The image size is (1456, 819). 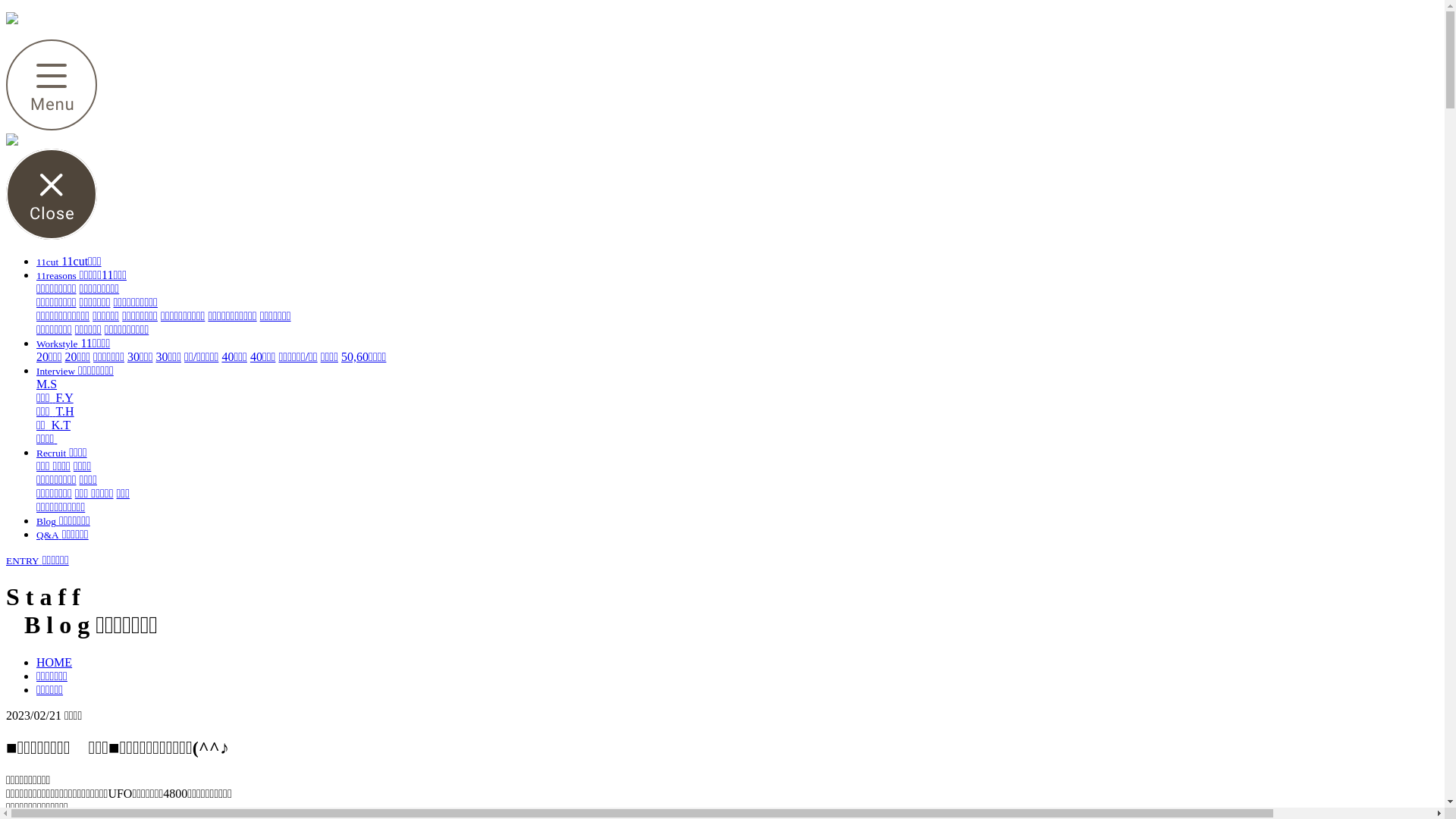 What do you see at coordinates (36, 661) in the screenshot?
I see `'HOME'` at bounding box center [36, 661].